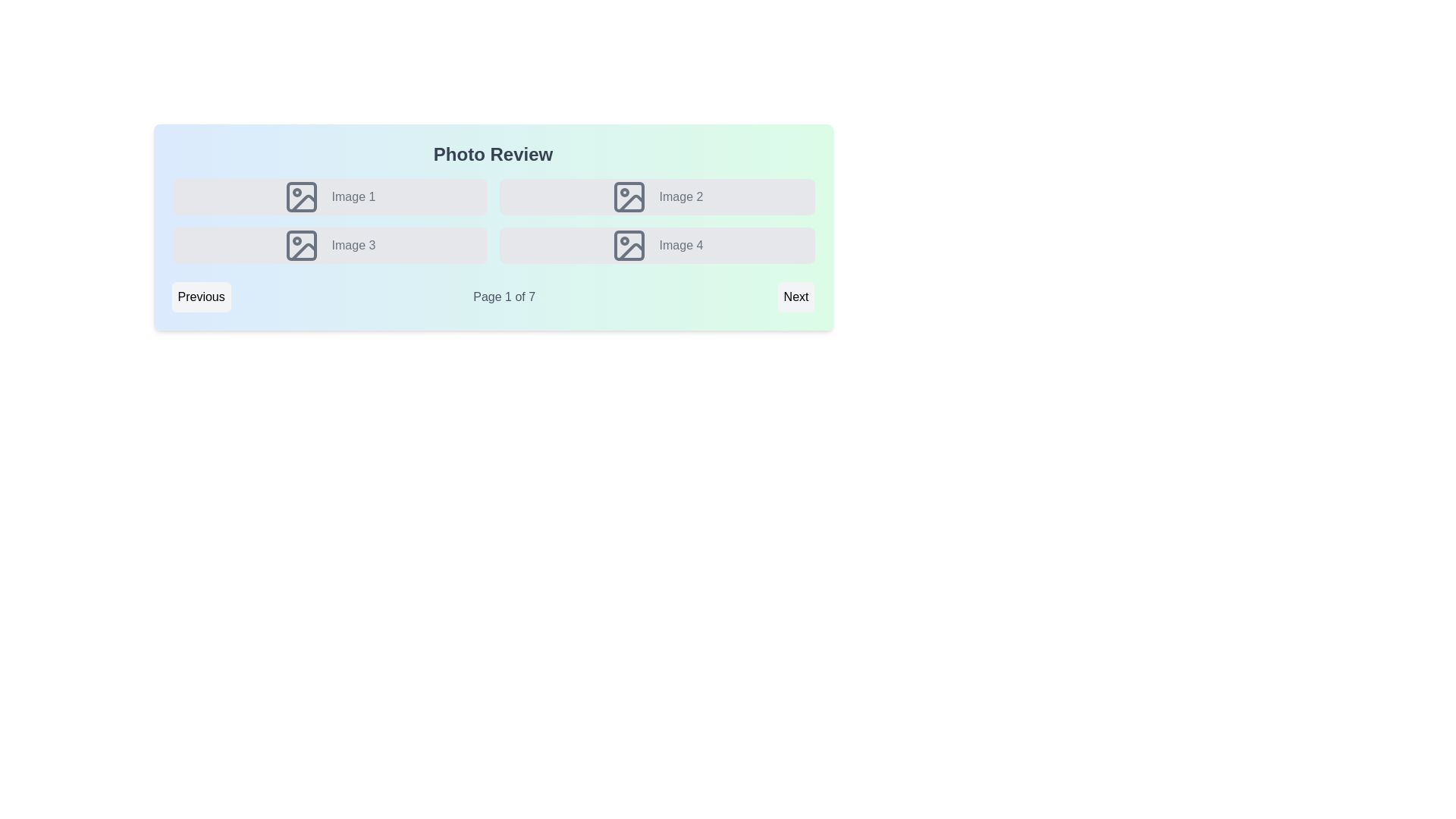 This screenshot has width=1456, height=819. What do you see at coordinates (629, 245) in the screenshot?
I see `the 'Image 4' icon in the bottom-right section of the 'Photo Review' interface to visually represent the image placeholder` at bounding box center [629, 245].